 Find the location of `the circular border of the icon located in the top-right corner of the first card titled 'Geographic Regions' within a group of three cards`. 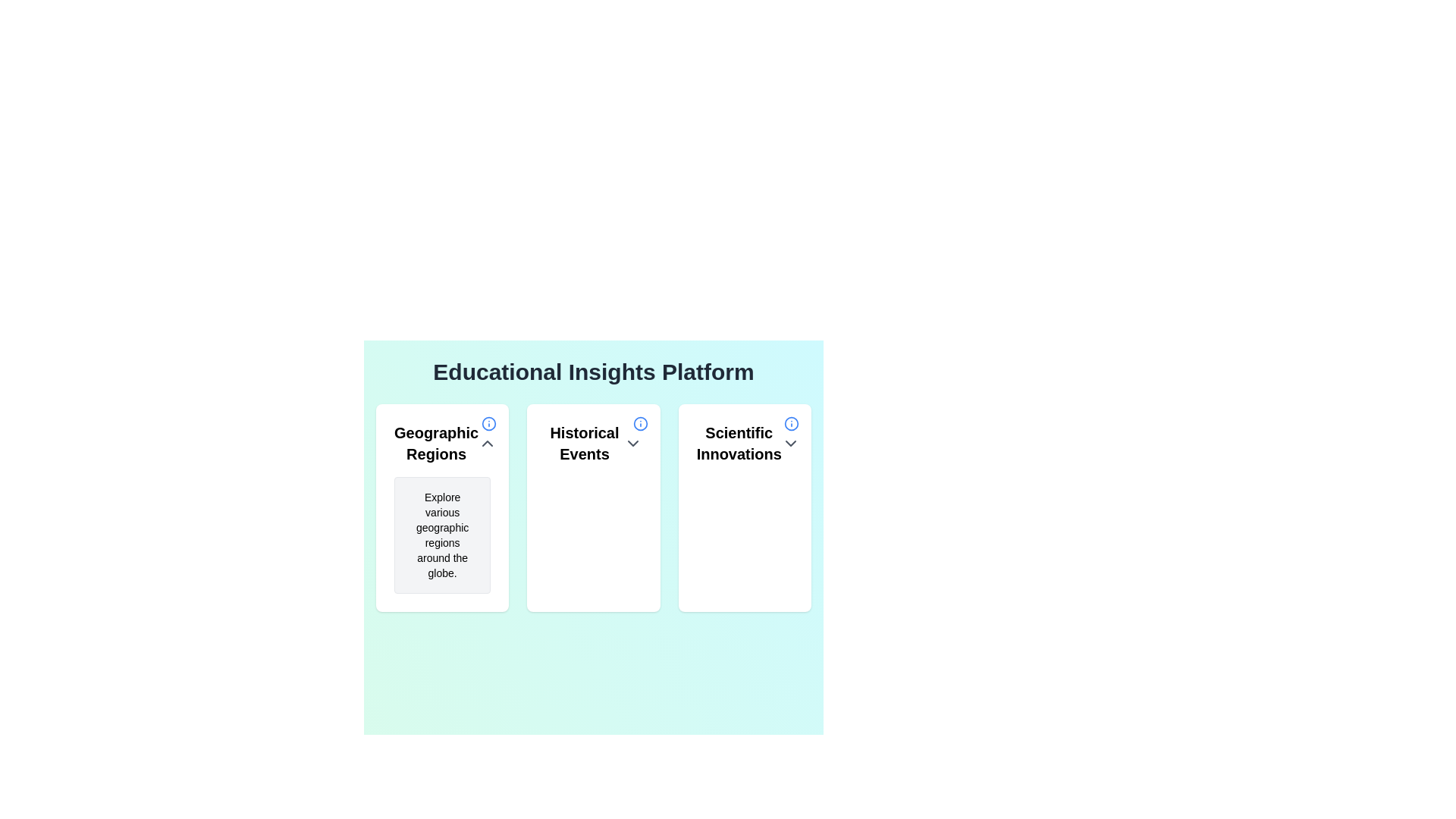

the circular border of the icon located in the top-right corner of the first card titled 'Geographic Regions' within a group of three cards is located at coordinates (489, 424).